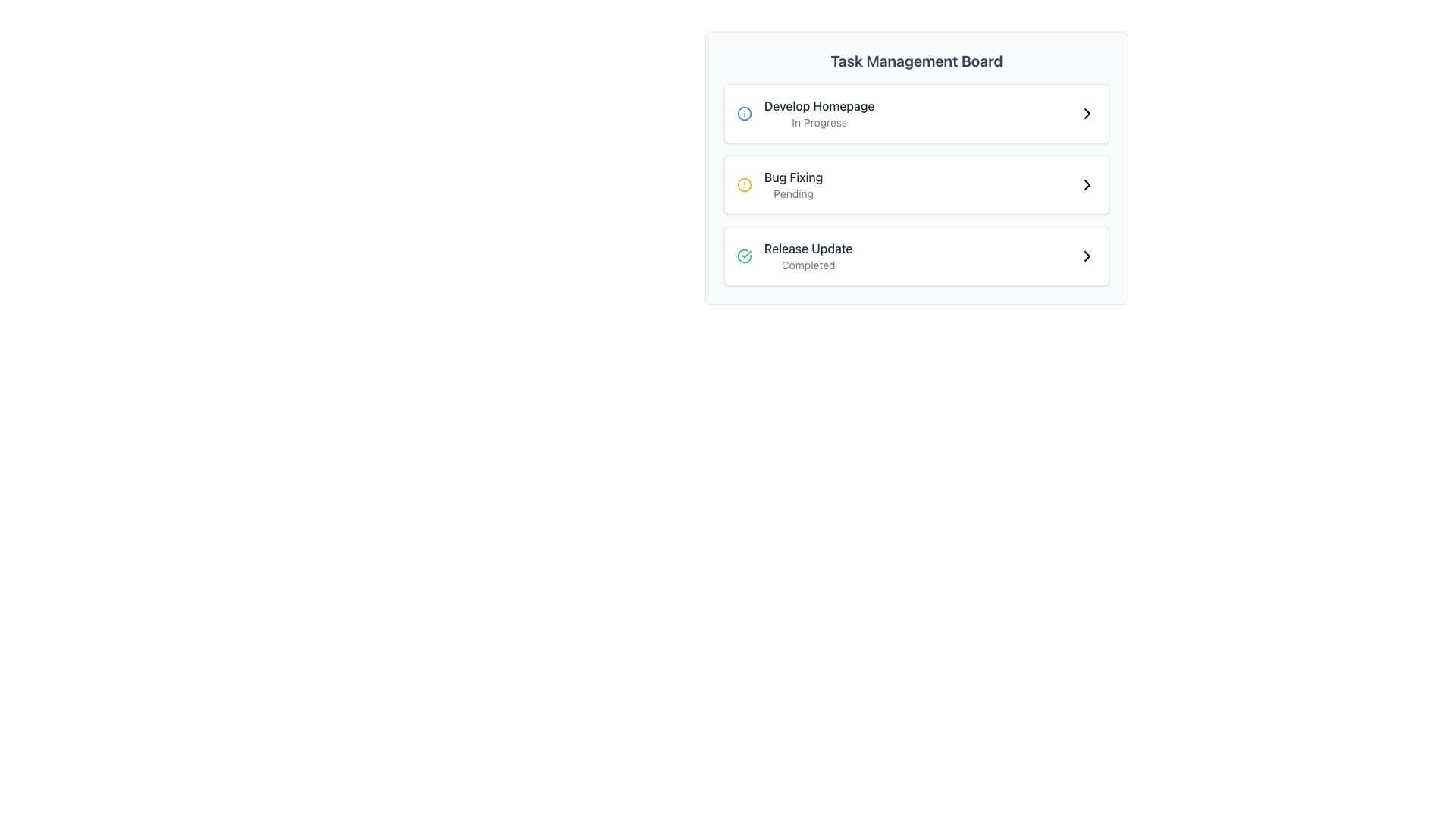 The image size is (1456, 819). Describe the element at coordinates (780, 184) in the screenshot. I see `the Information Element displaying a yellow circular icon with an exclamation mark, titled 'Bug Fixing' with subtitle 'Pending', located in the middle row of the task management board UI` at that location.